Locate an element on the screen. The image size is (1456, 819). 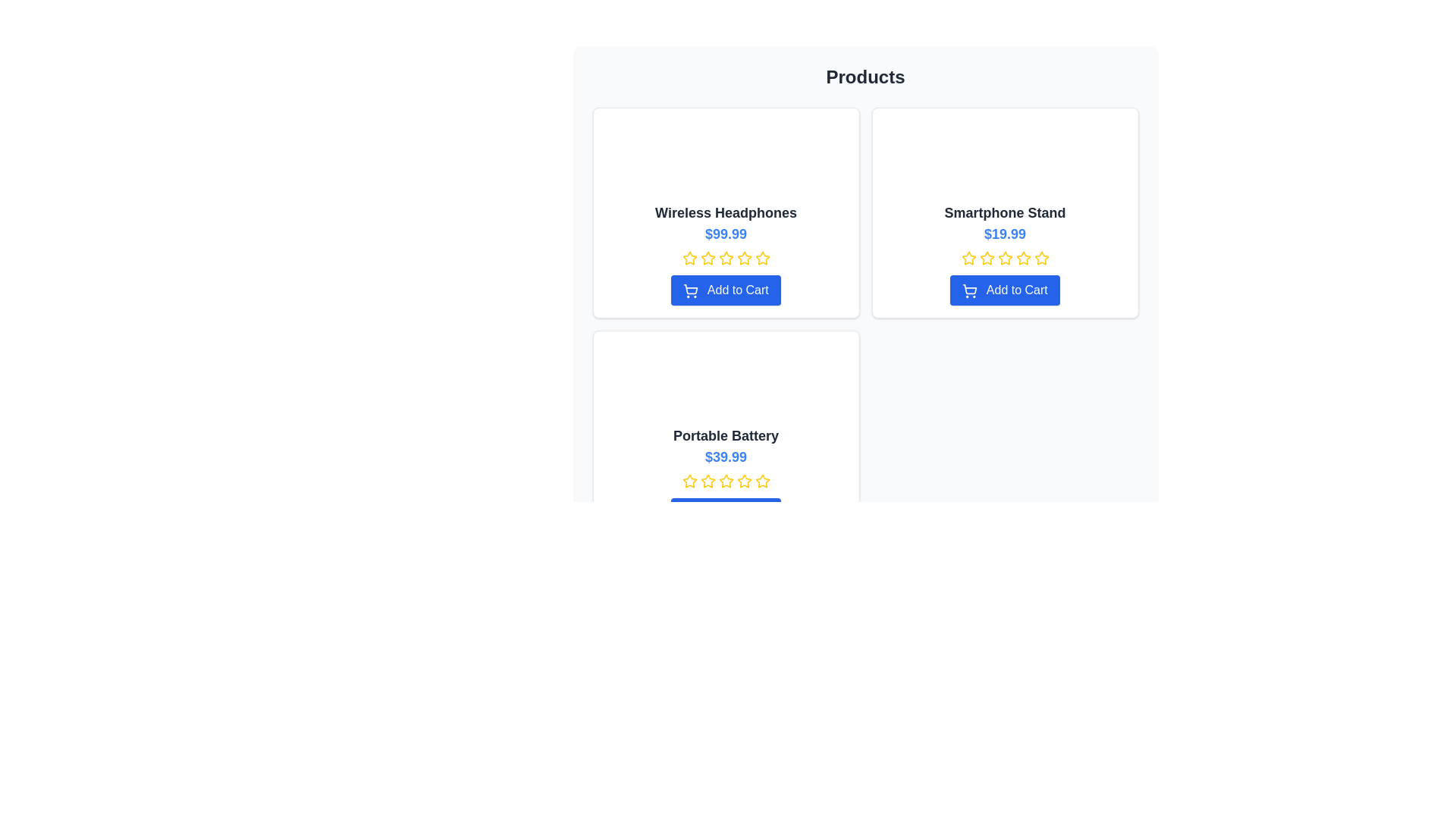
the second star icon in the rating system for the product 'Portable Battery' is located at coordinates (707, 481).